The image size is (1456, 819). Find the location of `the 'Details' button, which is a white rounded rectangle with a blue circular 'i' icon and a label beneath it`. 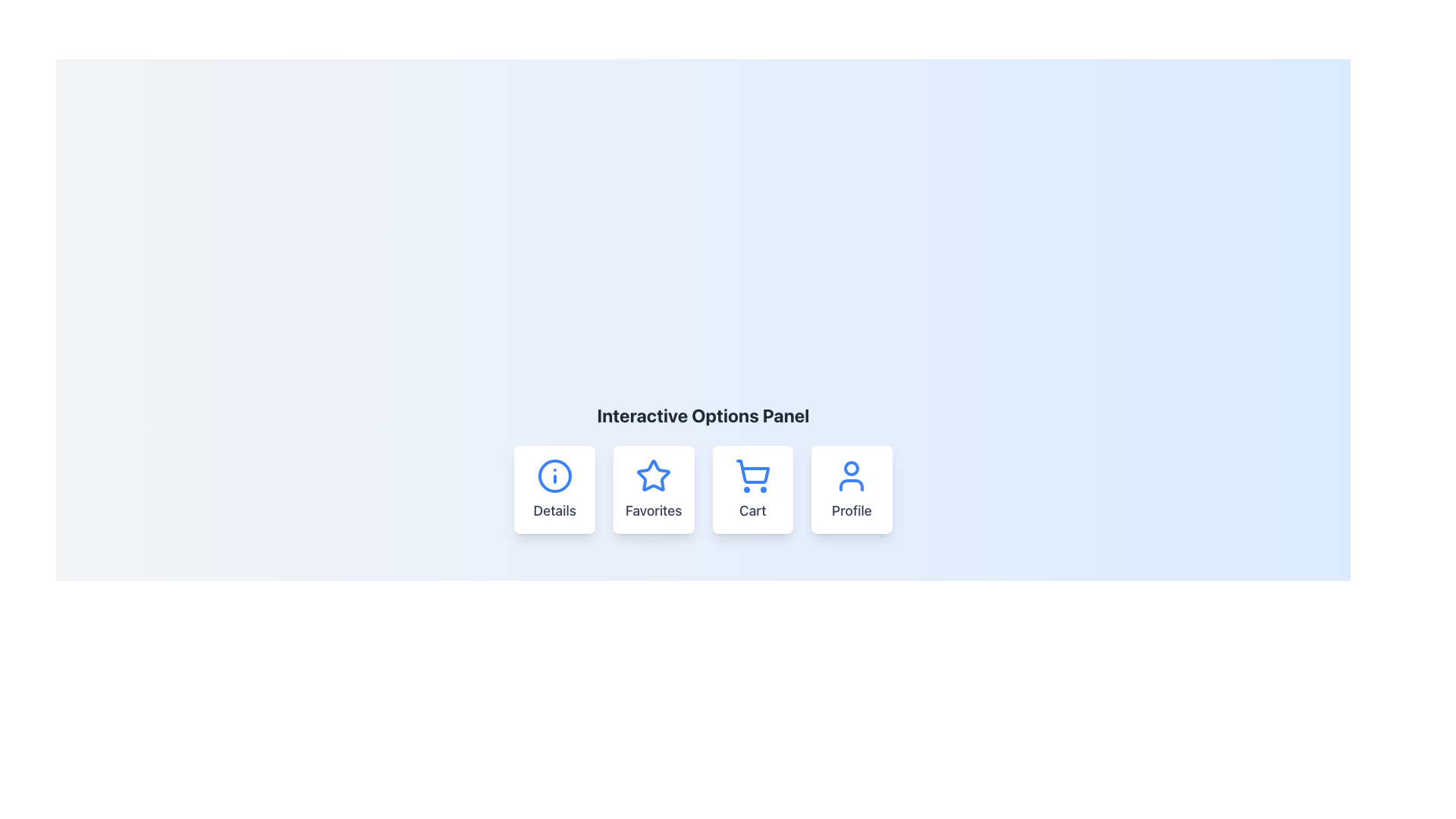

the 'Details' button, which is a white rounded rectangle with a blue circular 'i' icon and a label beneath it is located at coordinates (554, 489).